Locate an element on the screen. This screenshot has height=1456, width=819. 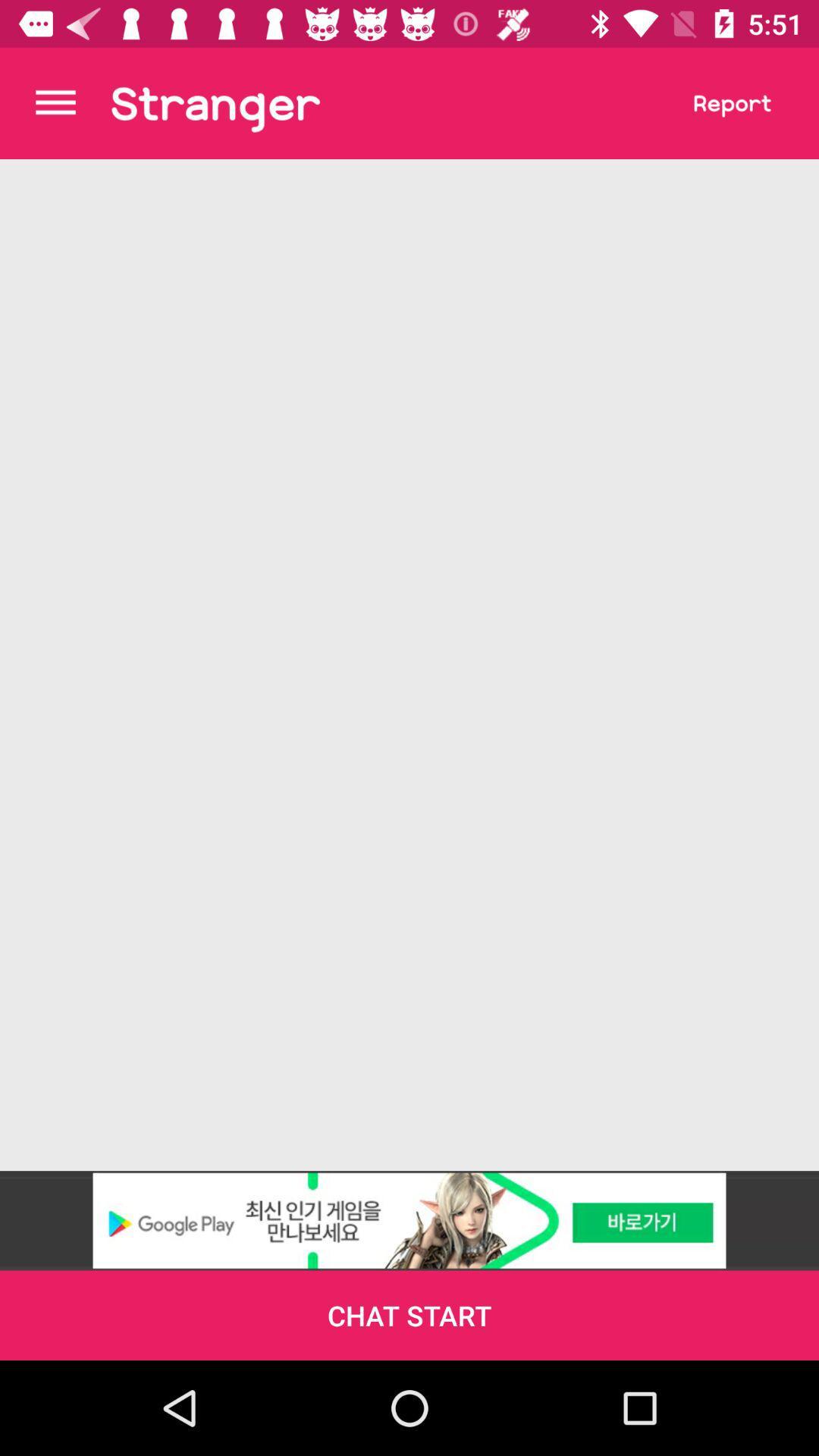
chat start item is located at coordinates (409, 1314).